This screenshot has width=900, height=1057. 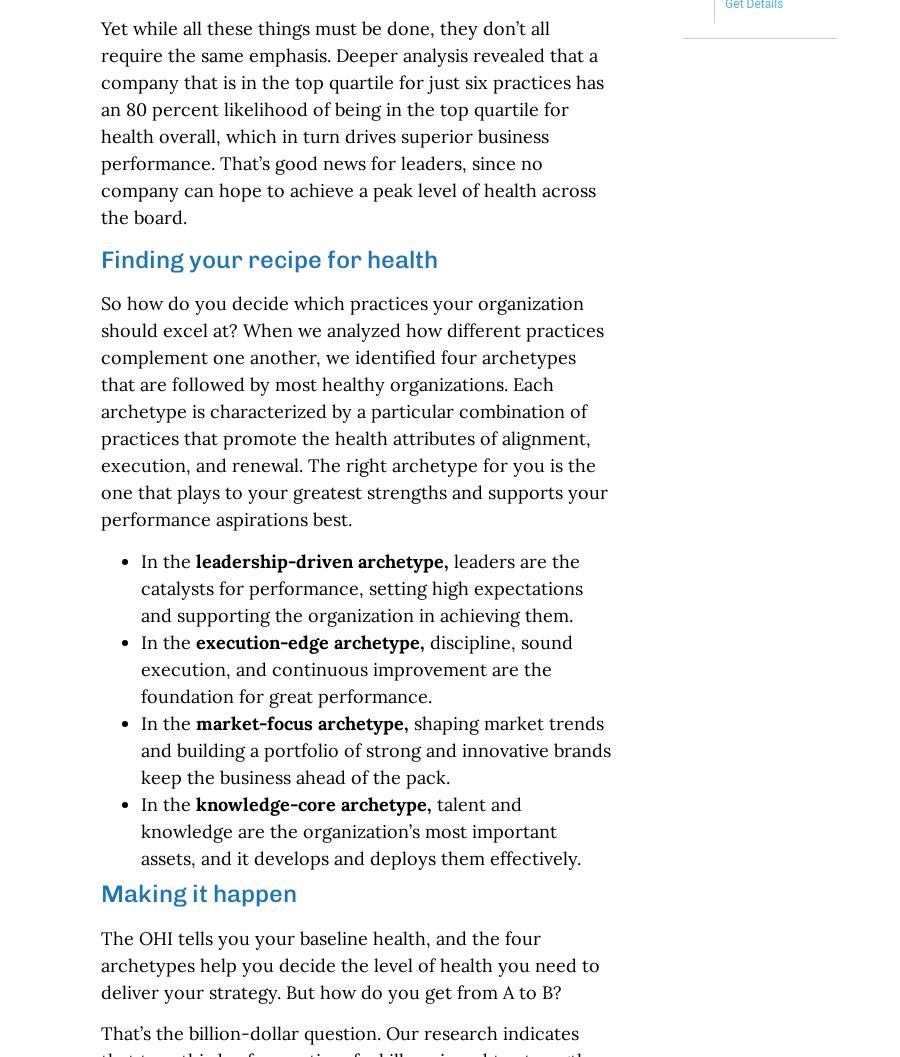 What do you see at coordinates (98, 891) in the screenshot?
I see `'Making it happen'` at bounding box center [98, 891].